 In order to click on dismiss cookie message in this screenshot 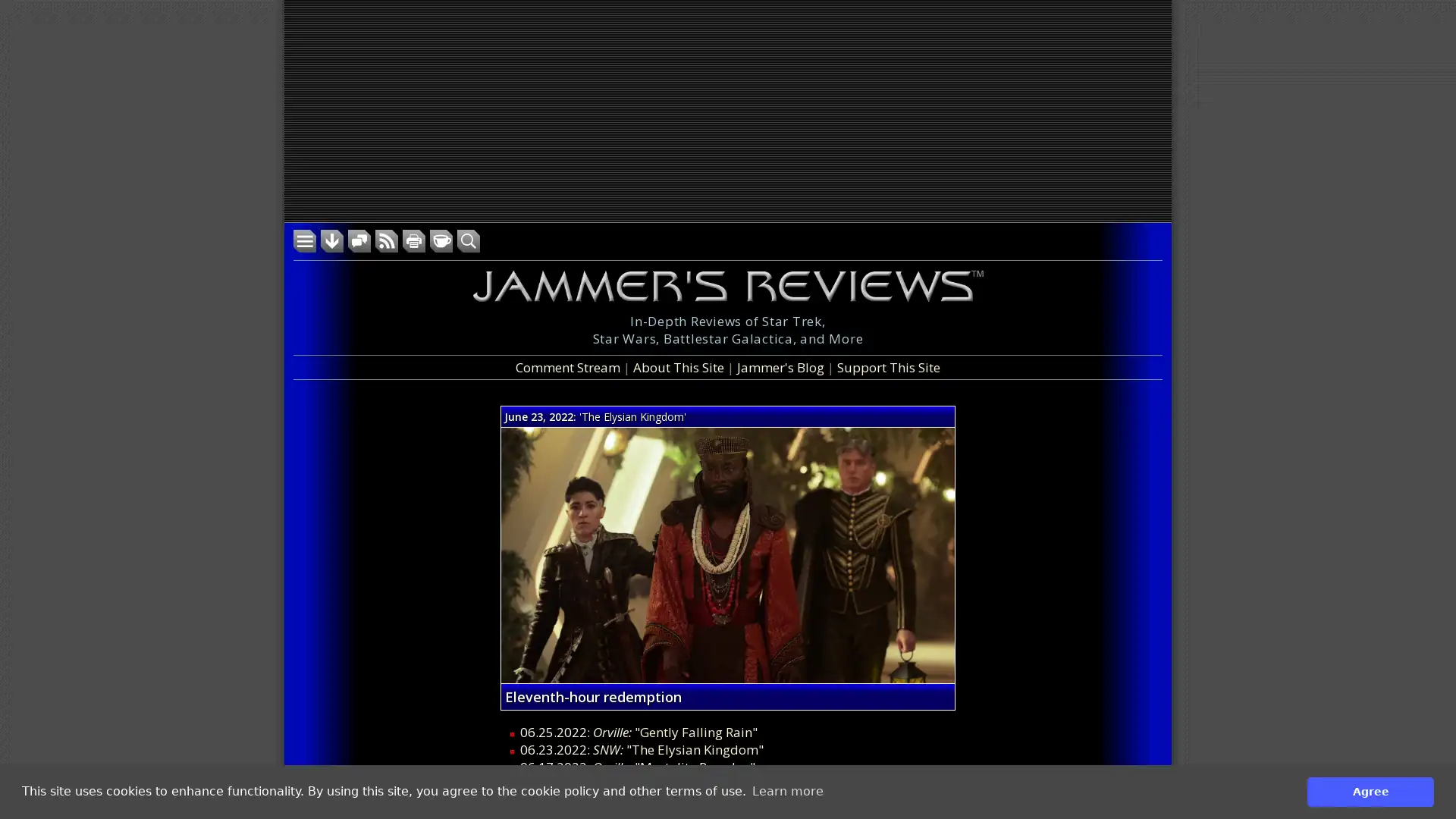, I will do `click(1370, 791)`.